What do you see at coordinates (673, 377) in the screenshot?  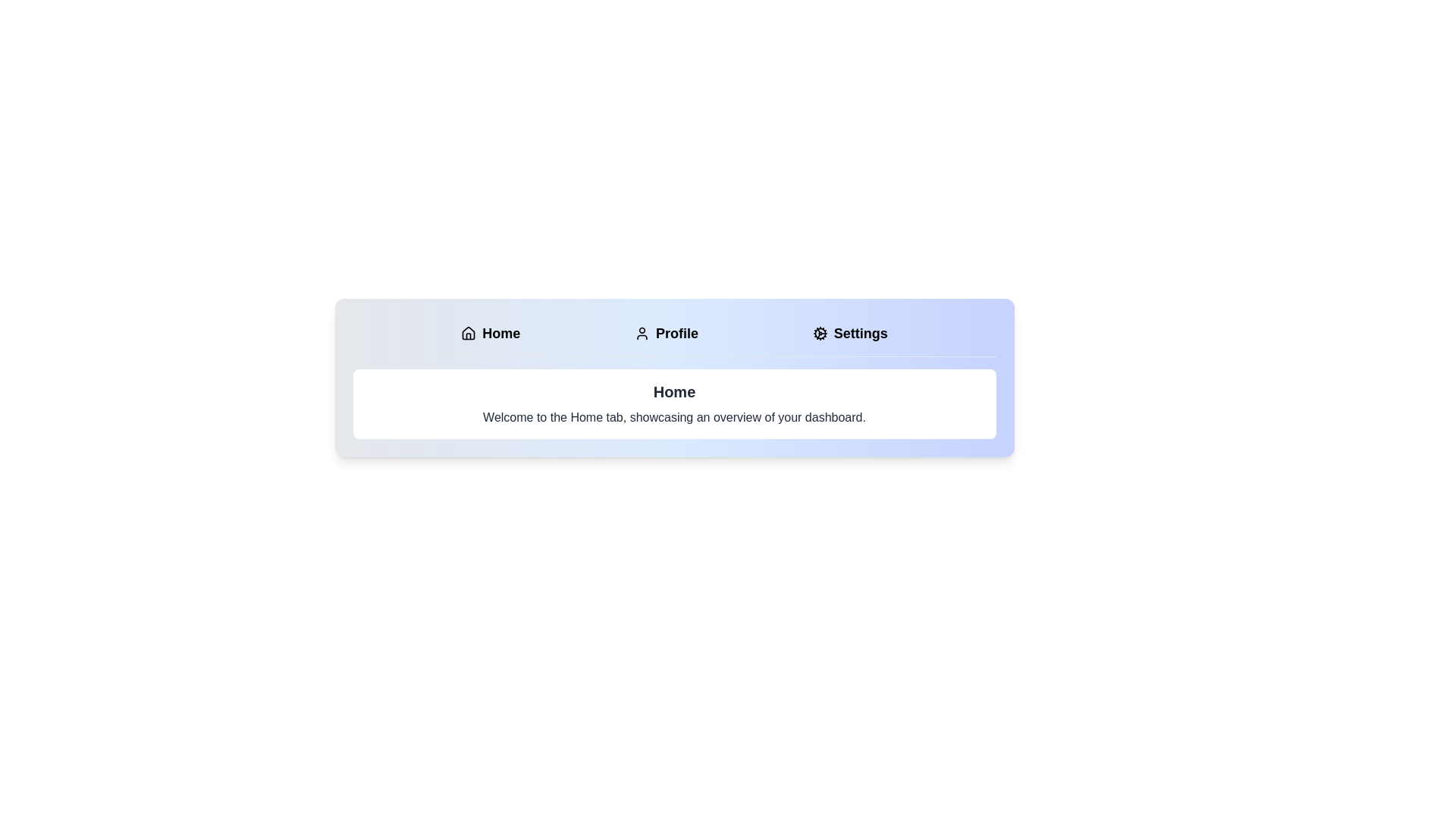 I see `the navigation bar tab to switch views between 'Home', 'Profile', and 'Settings'` at bounding box center [673, 377].